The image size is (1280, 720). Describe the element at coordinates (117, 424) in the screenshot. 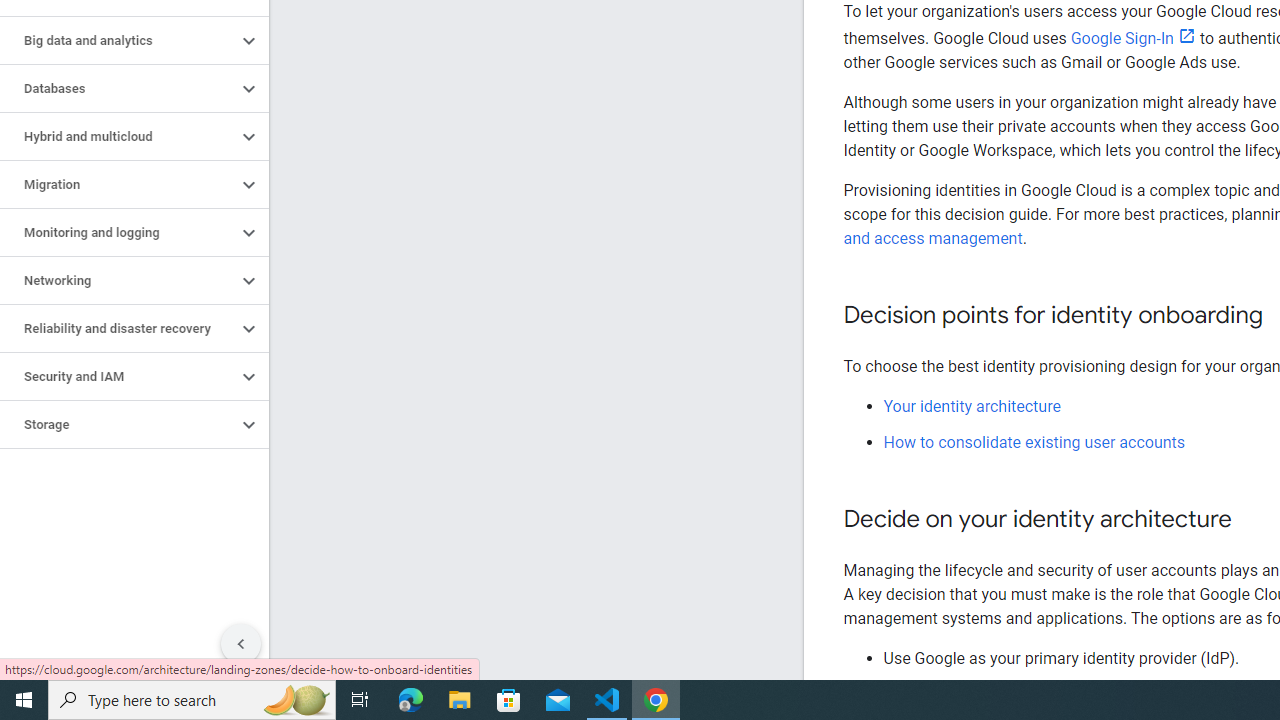

I see `'Storage'` at that location.